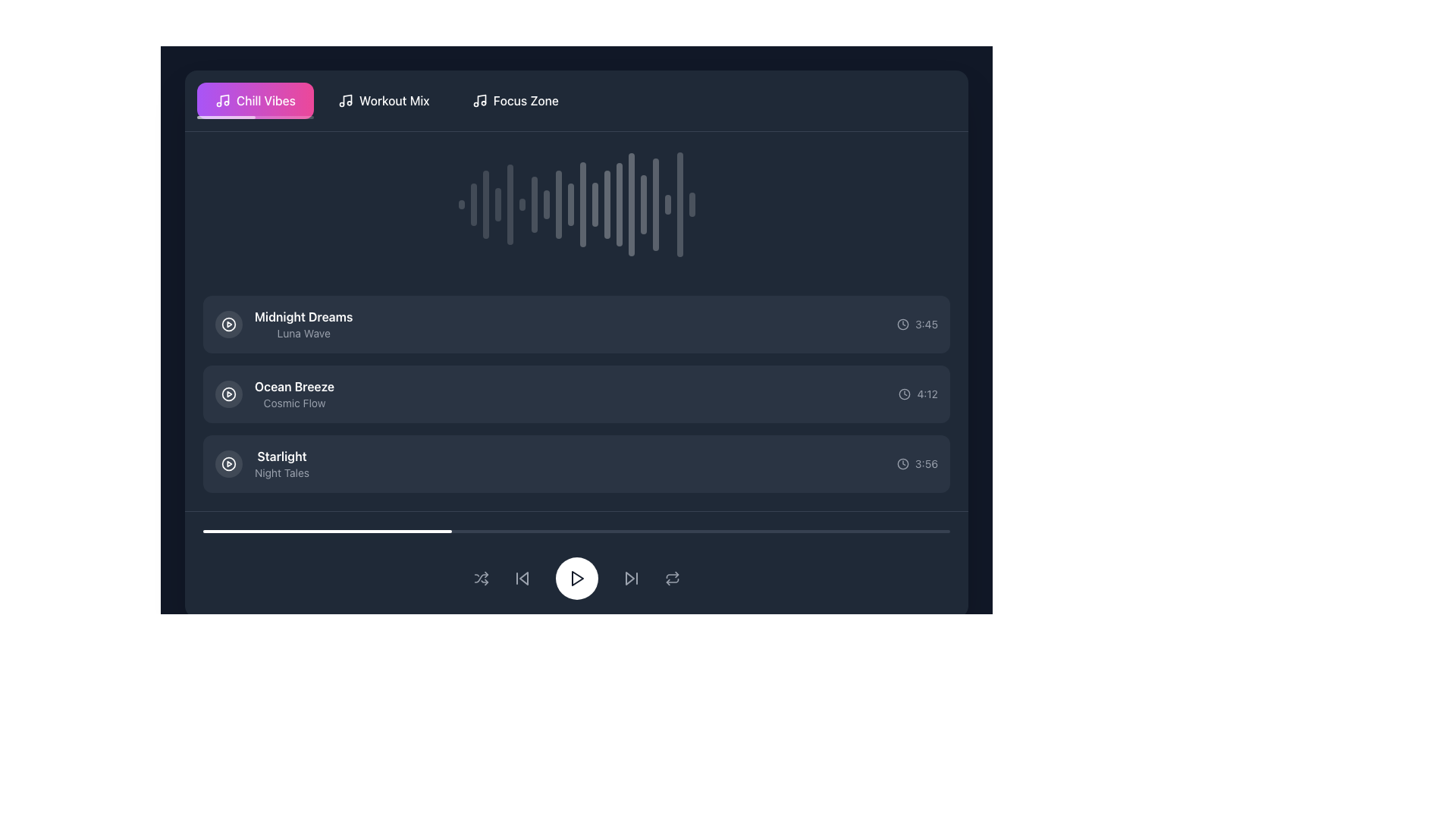 This screenshot has width=1456, height=819. What do you see at coordinates (228, 463) in the screenshot?
I see `the circular play button with a triangle icon` at bounding box center [228, 463].